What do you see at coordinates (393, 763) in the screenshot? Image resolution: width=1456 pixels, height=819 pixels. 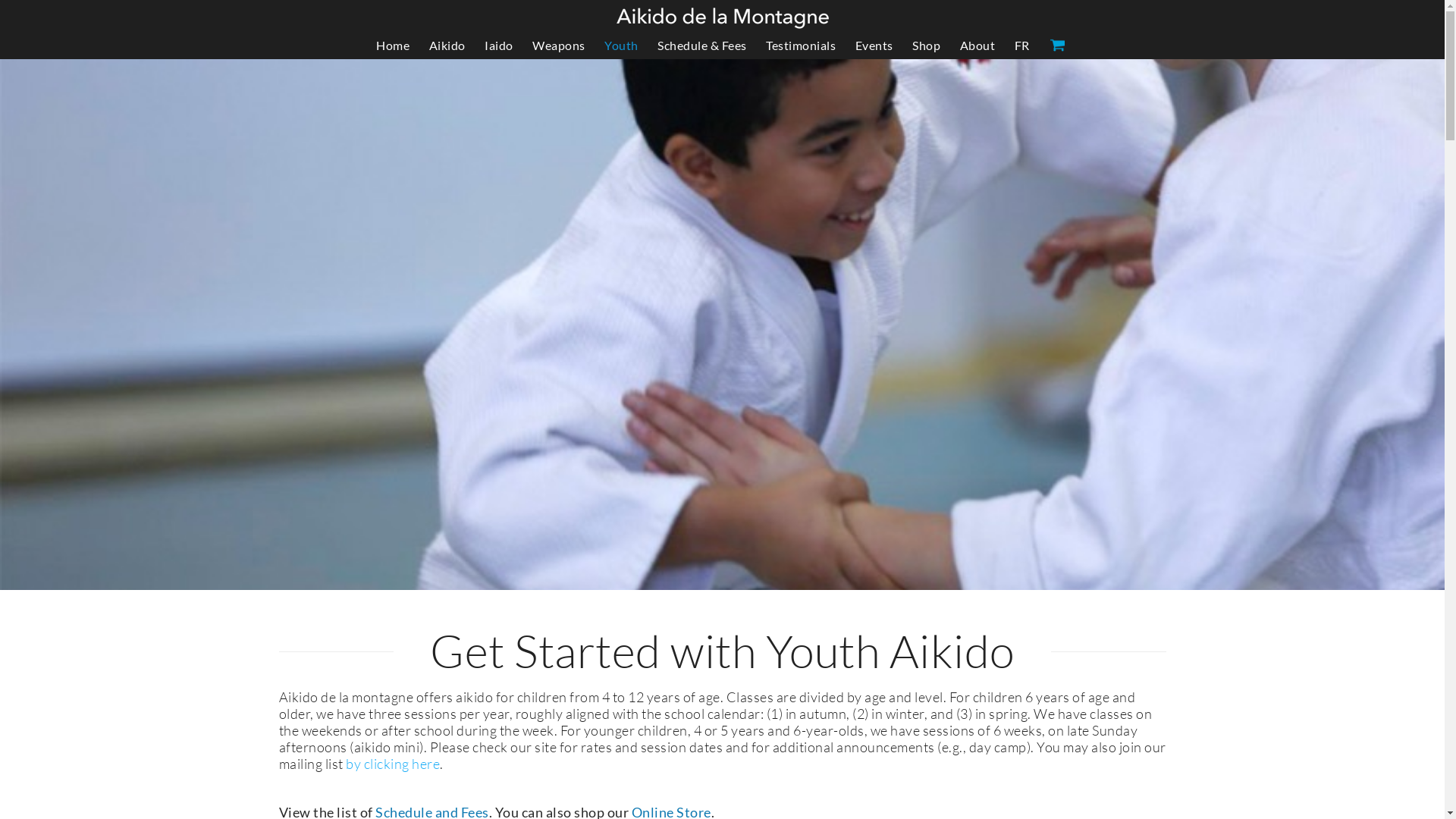 I see `'by clicking here'` at bounding box center [393, 763].